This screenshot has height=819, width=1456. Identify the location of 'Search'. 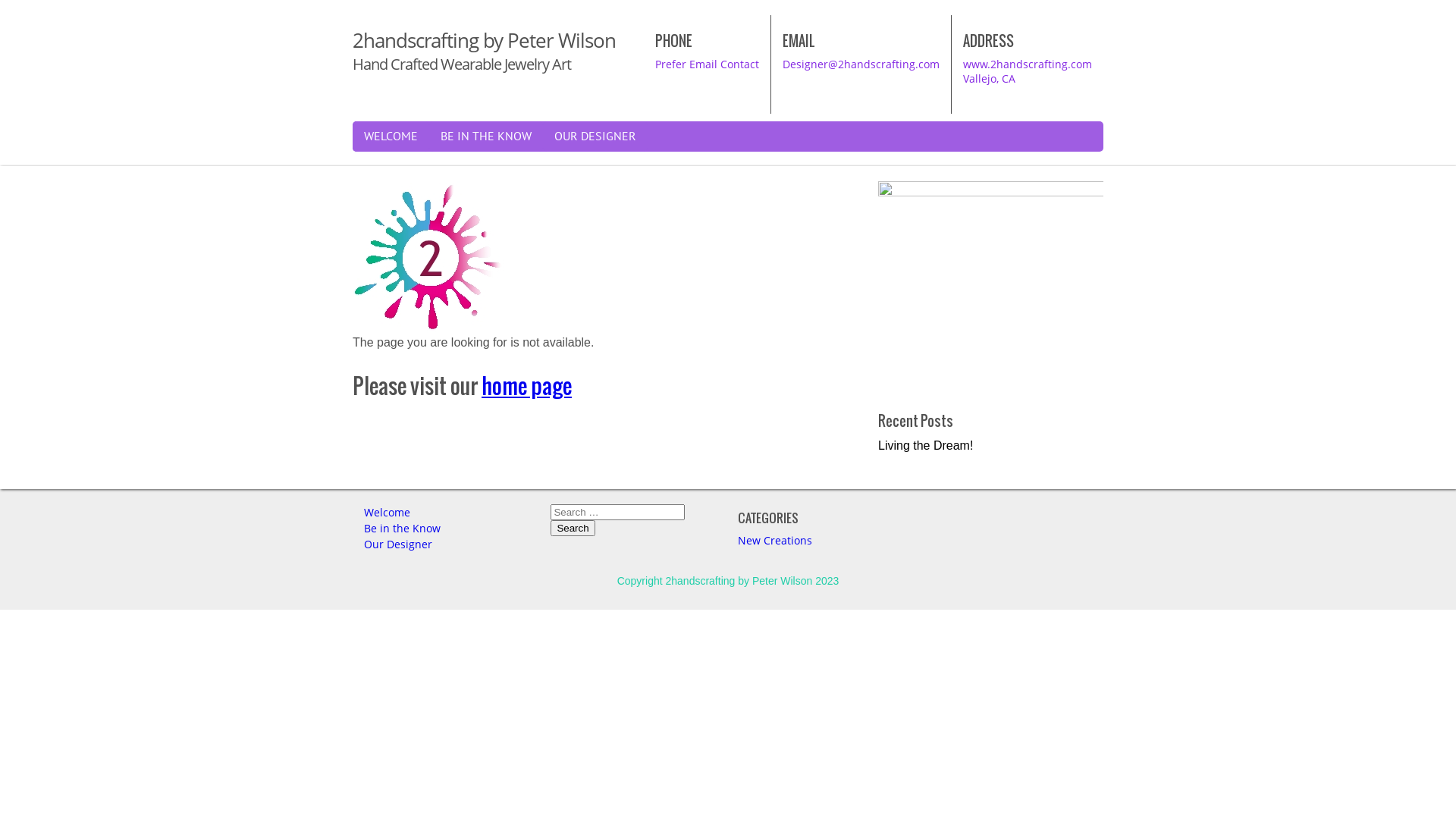
(571, 527).